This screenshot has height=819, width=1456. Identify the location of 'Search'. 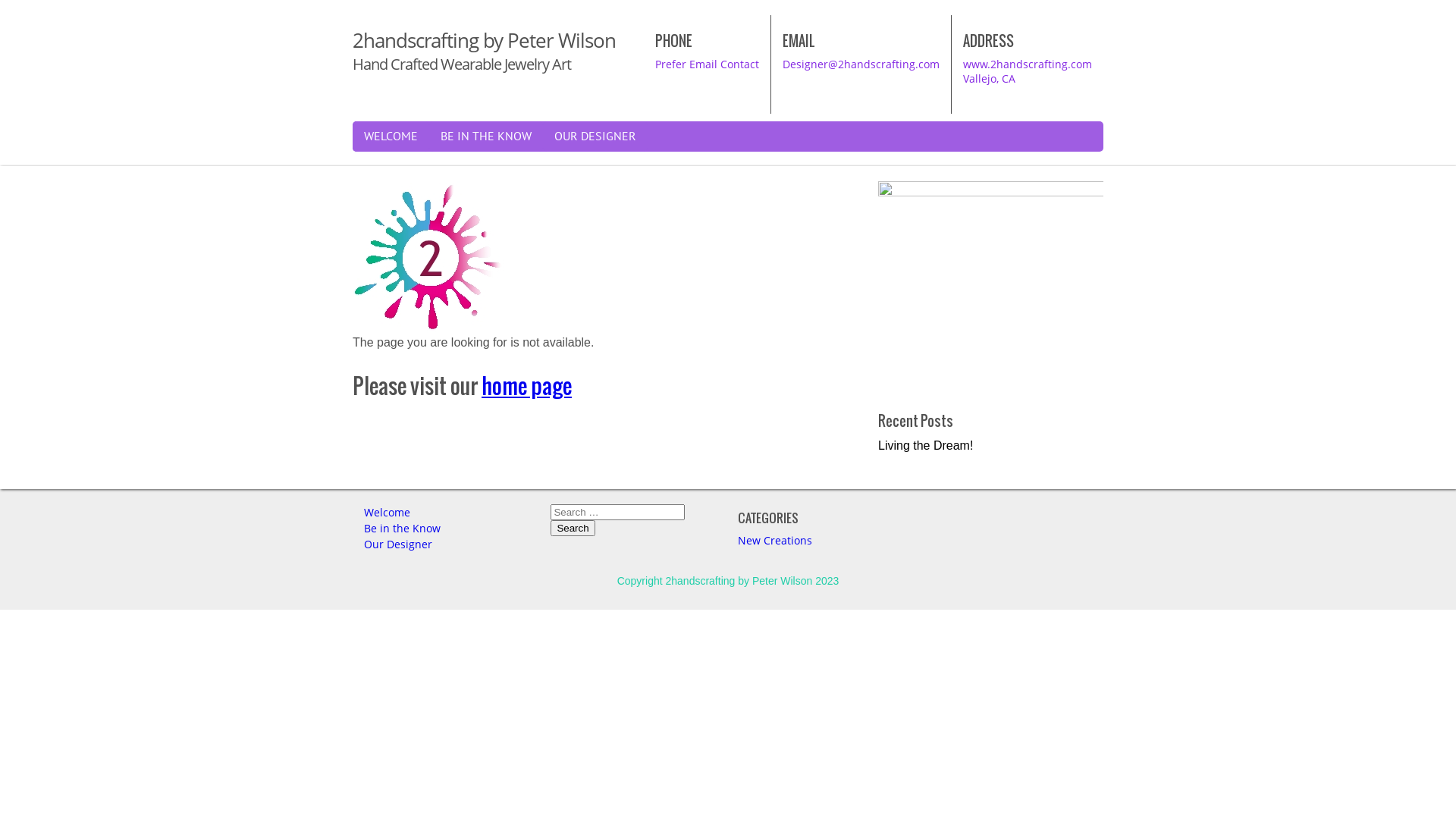
(571, 527).